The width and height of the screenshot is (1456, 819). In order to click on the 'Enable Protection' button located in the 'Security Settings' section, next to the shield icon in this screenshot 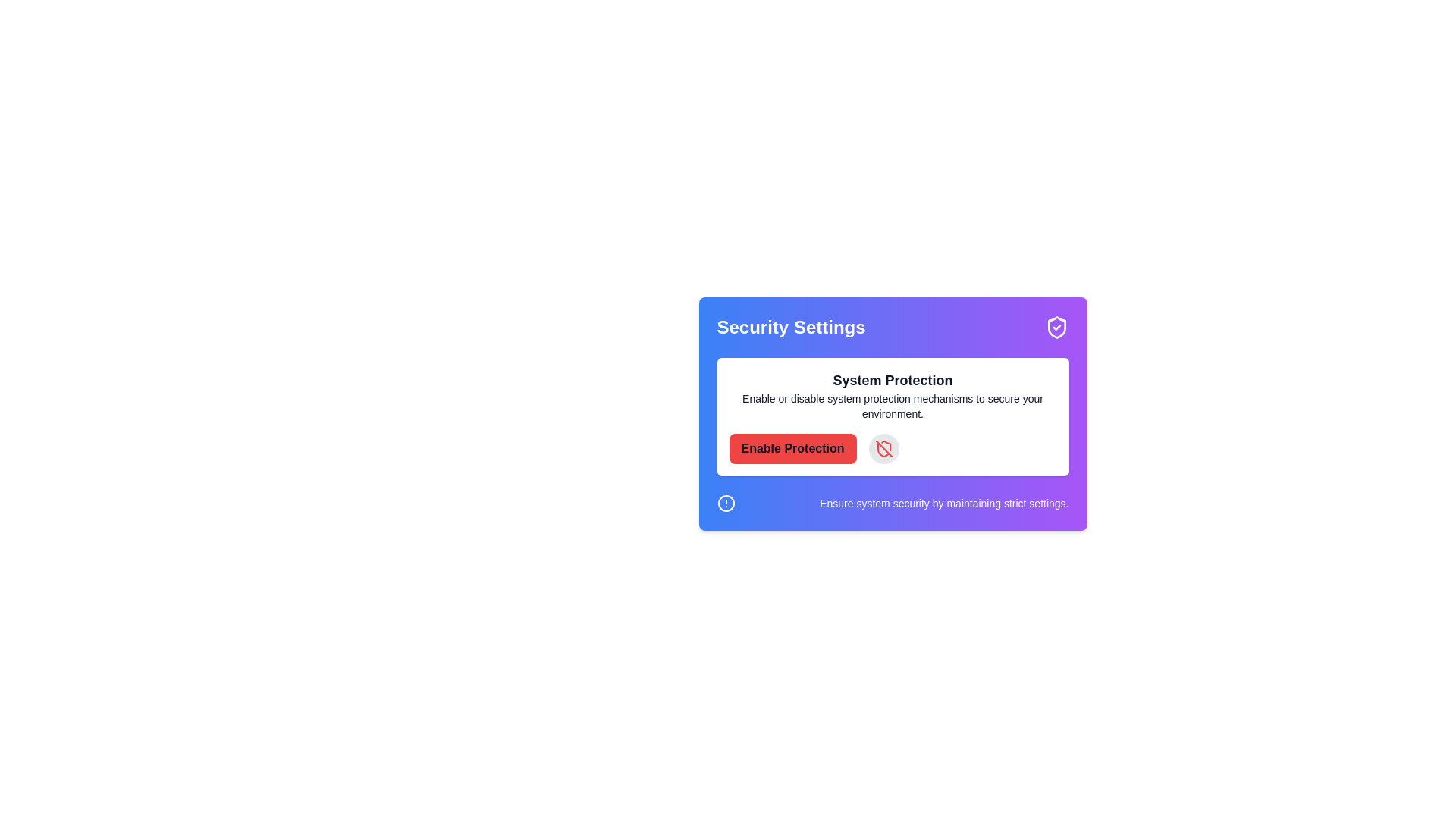, I will do `click(792, 447)`.